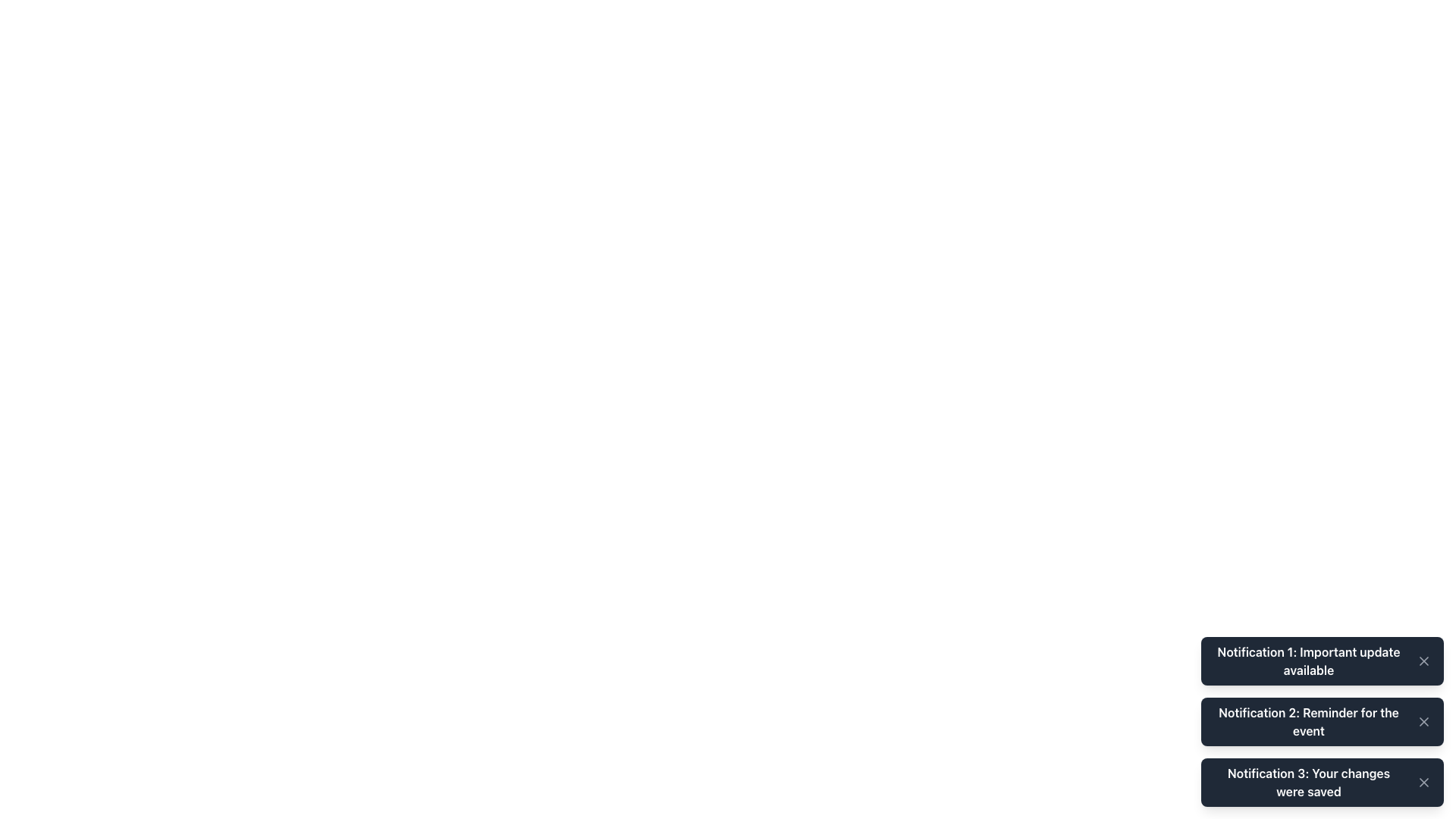  I want to click on the close button of the notification labeled 'Notification 3: Your changes were saved', so click(1423, 783).